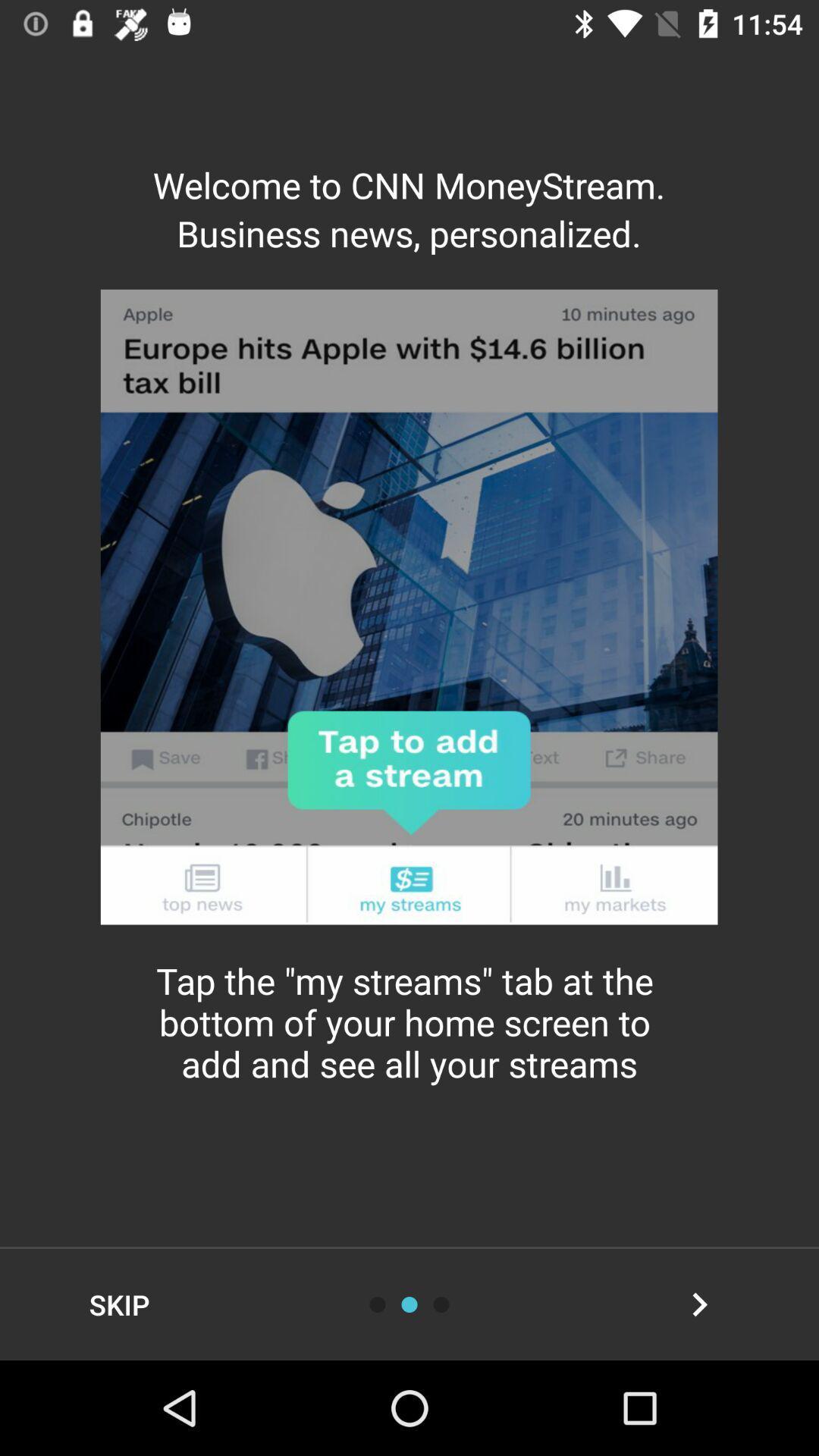 Image resolution: width=819 pixels, height=1456 pixels. Describe the element at coordinates (441, 1304) in the screenshot. I see `pause` at that location.